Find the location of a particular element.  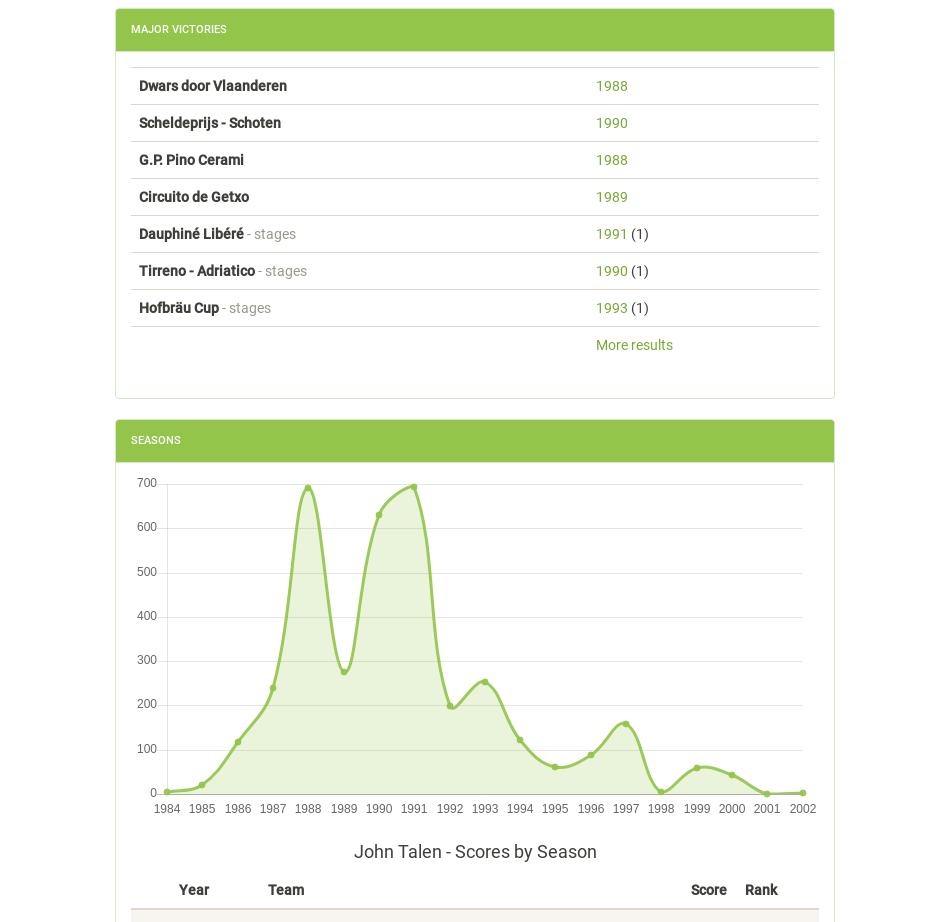

'Dwars door Vlaanderen' is located at coordinates (138, 86).